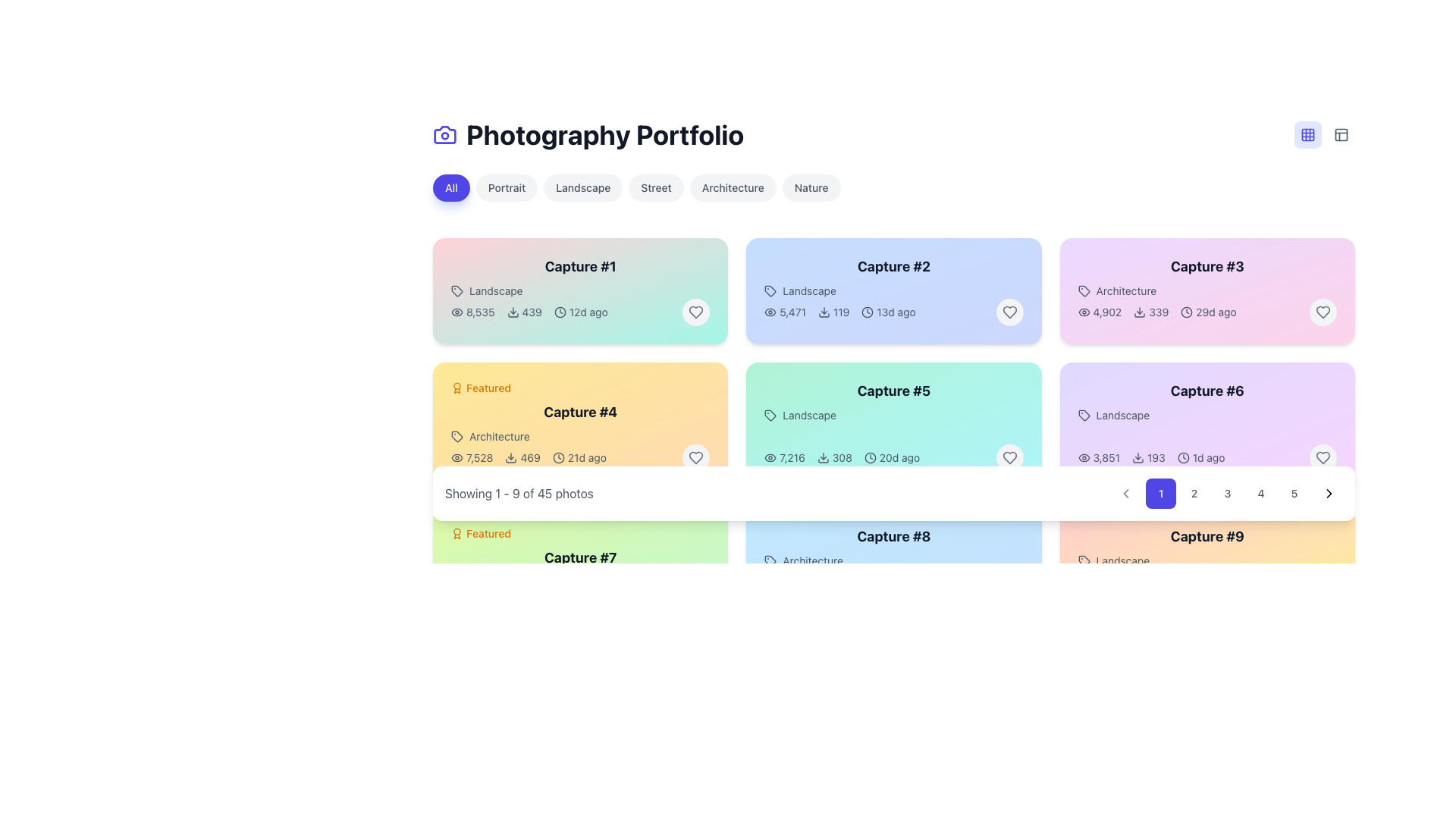 Image resolution: width=1456 pixels, height=819 pixels. Describe the element at coordinates (1328, 533) in the screenshot. I see `the interactive button located at the top-right of the 'Capture #9' card` at that location.